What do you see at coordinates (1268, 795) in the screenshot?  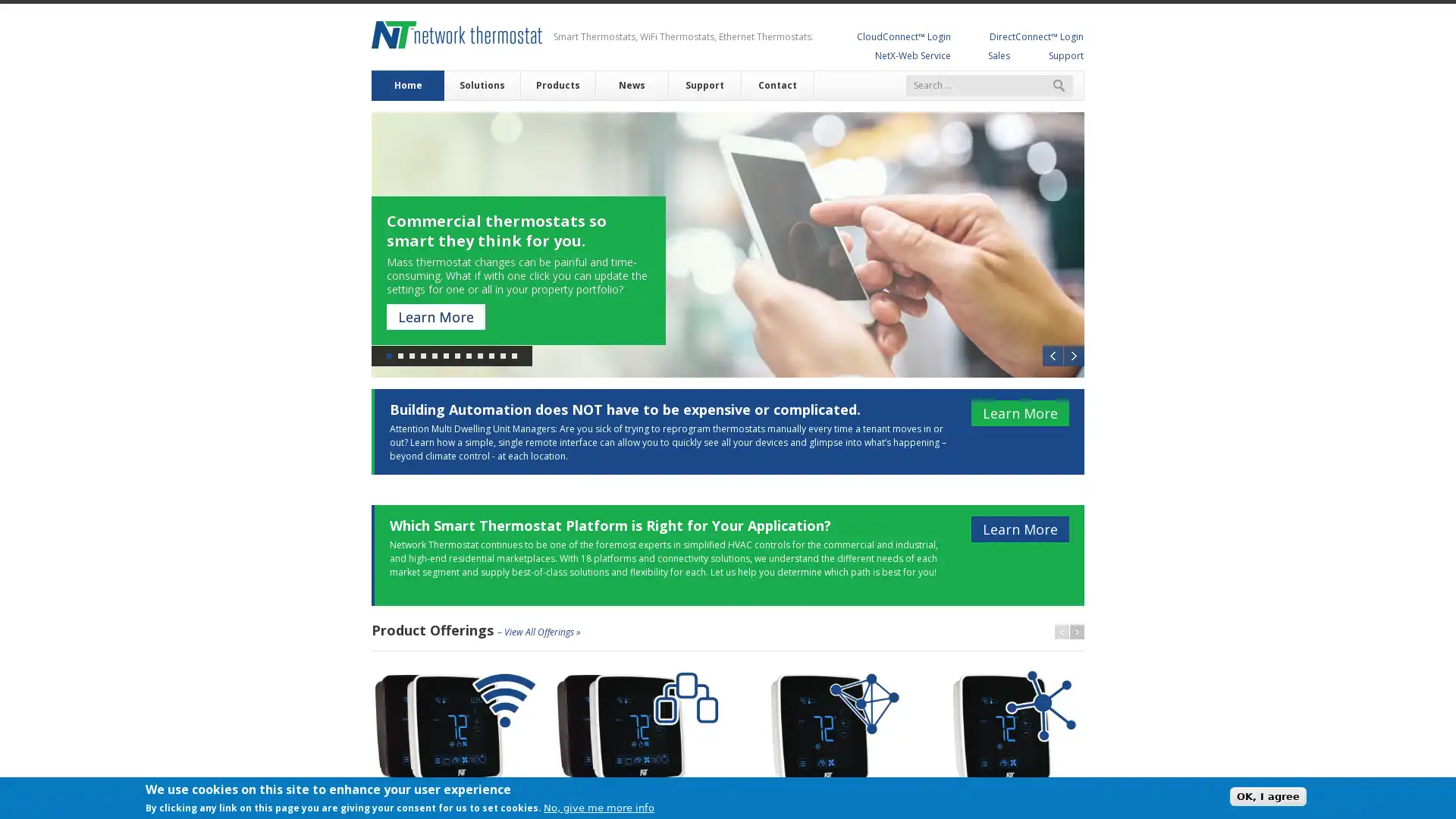 I see `OK, I agree` at bounding box center [1268, 795].